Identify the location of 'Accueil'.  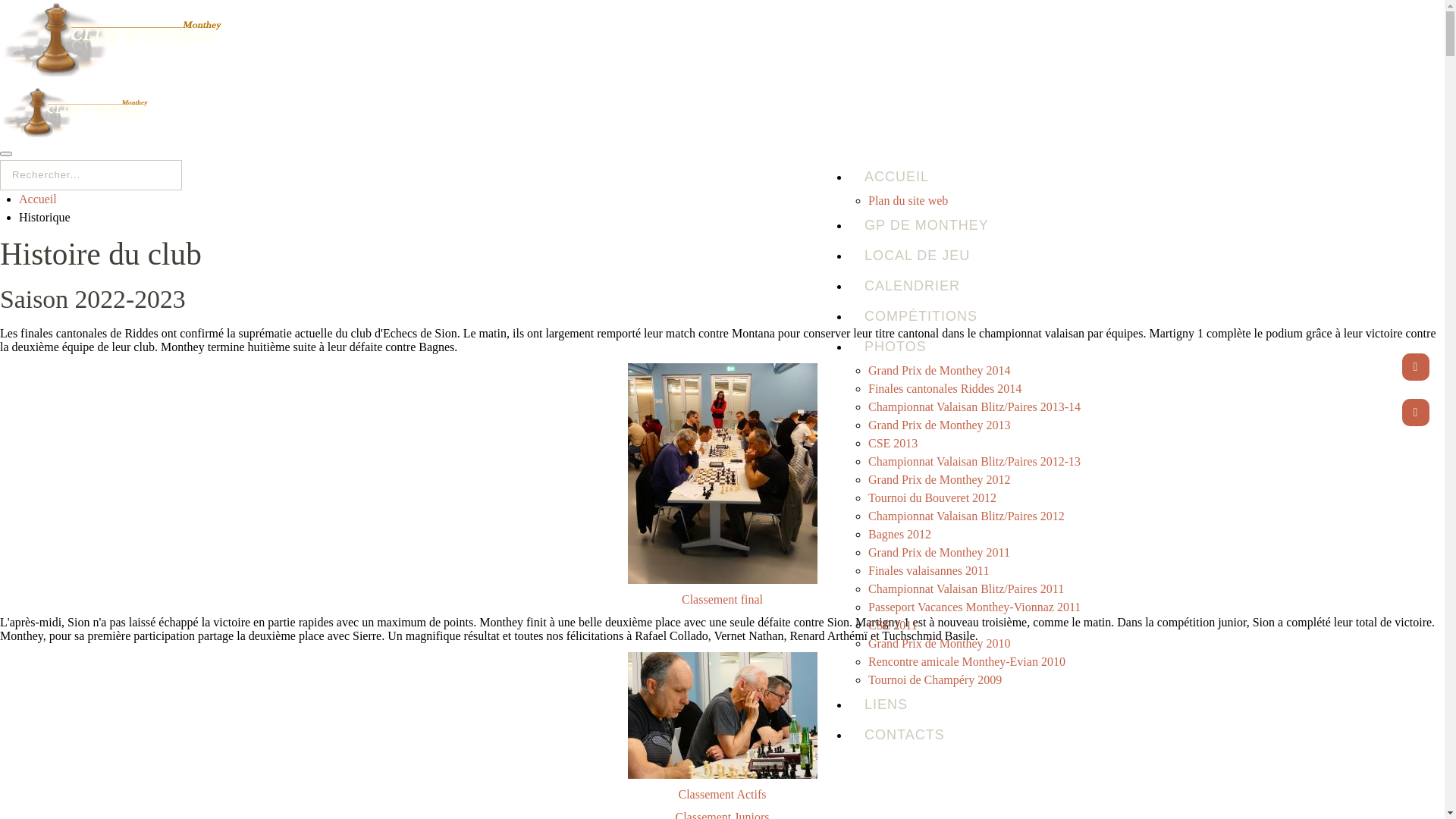
(18, 198).